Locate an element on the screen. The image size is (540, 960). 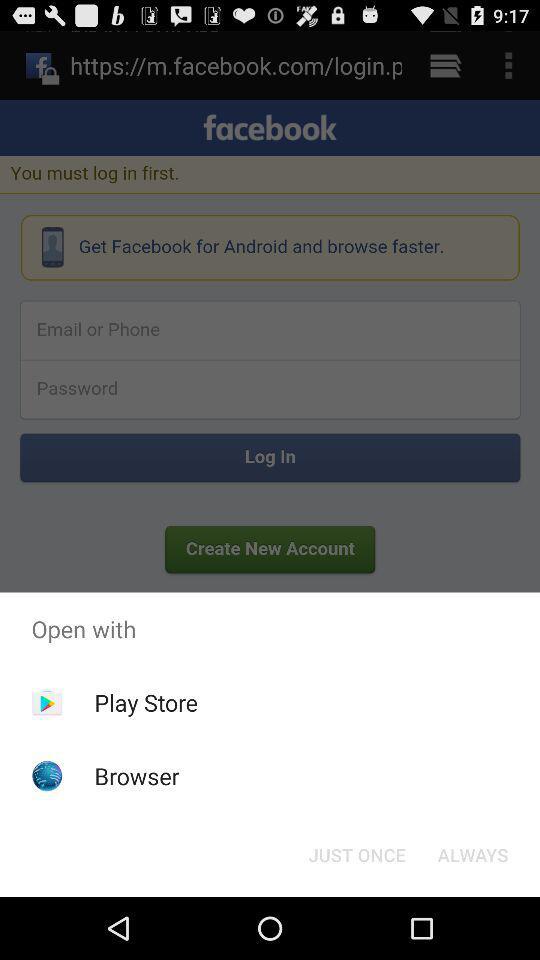
app below open with item is located at coordinates (472, 853).